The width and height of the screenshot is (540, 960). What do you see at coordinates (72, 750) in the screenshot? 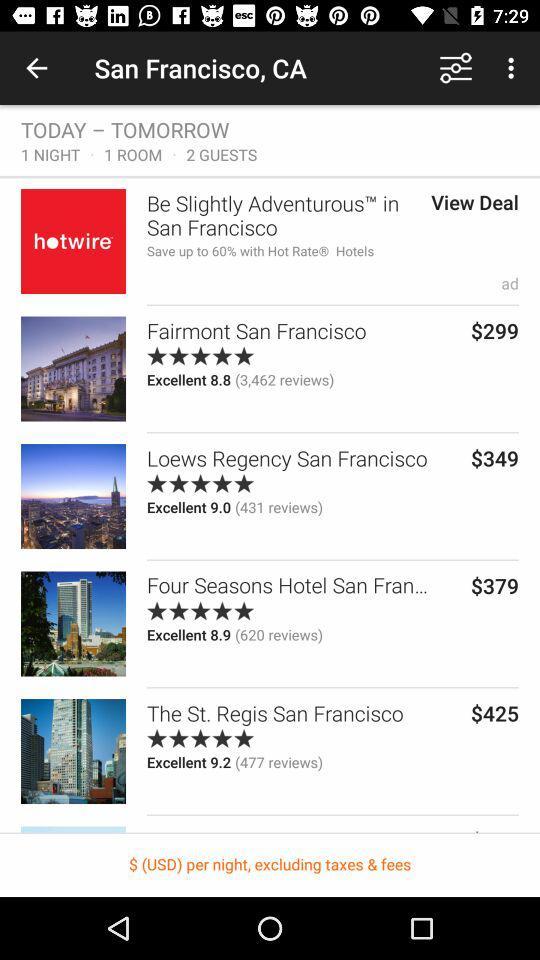
I see `the last image` at bounding box center [72, 750].